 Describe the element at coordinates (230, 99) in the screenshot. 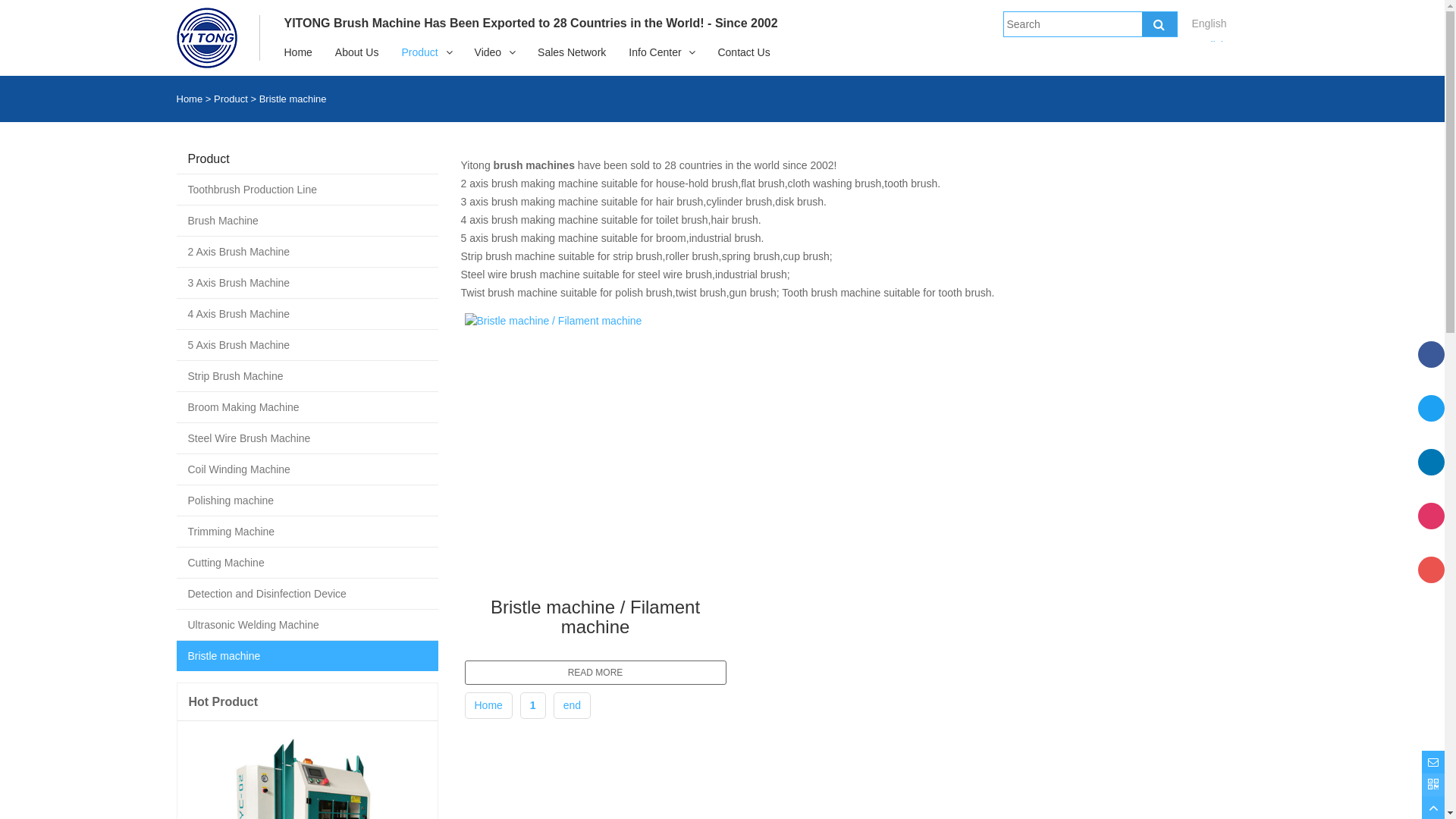

I see `'Product'` at that location.